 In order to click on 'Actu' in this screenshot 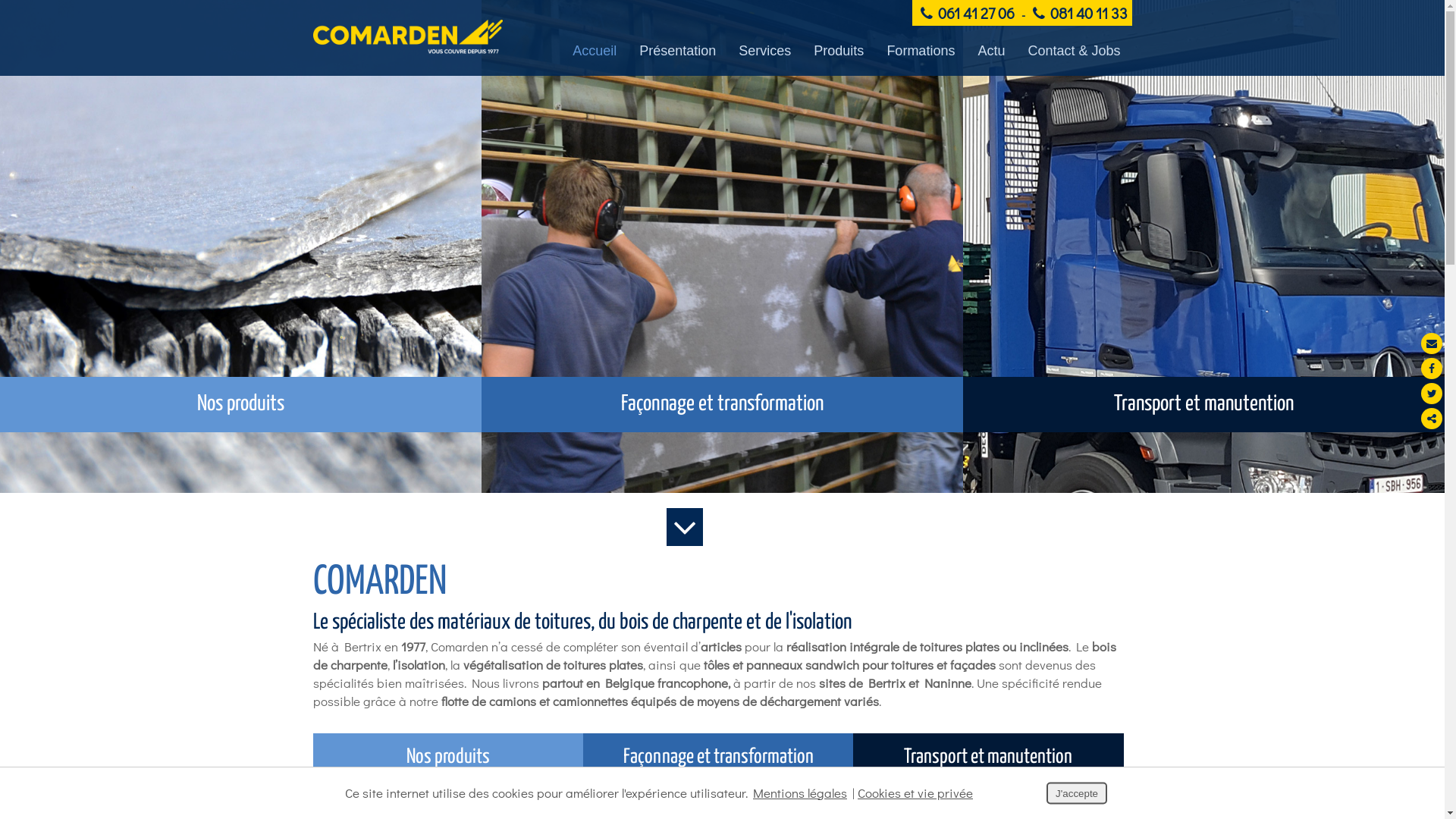, I will do `click(990, 49)`.